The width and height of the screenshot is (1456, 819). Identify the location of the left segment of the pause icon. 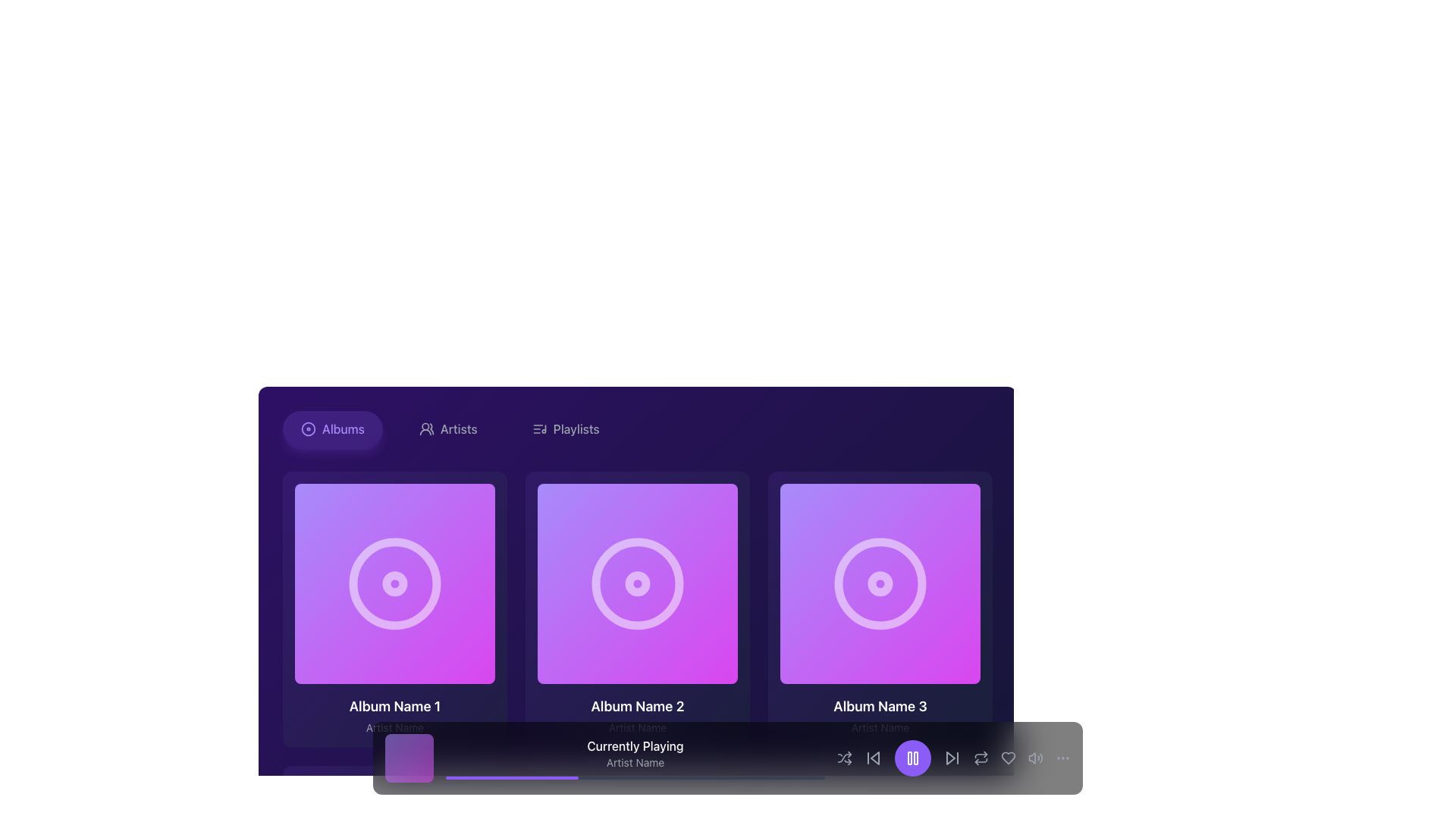
(910, 758).